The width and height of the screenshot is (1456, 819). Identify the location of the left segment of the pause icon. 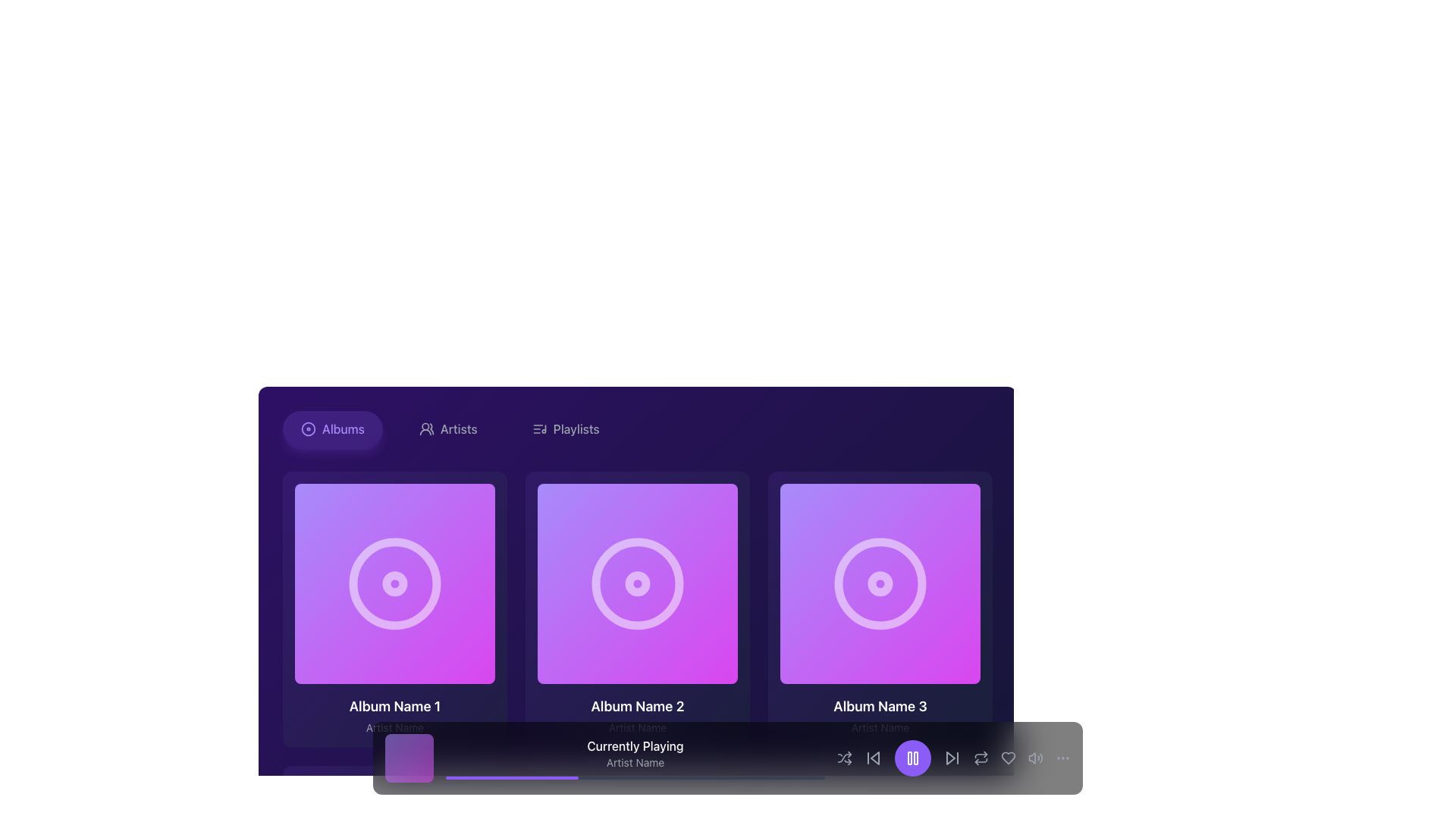
(910, 758).